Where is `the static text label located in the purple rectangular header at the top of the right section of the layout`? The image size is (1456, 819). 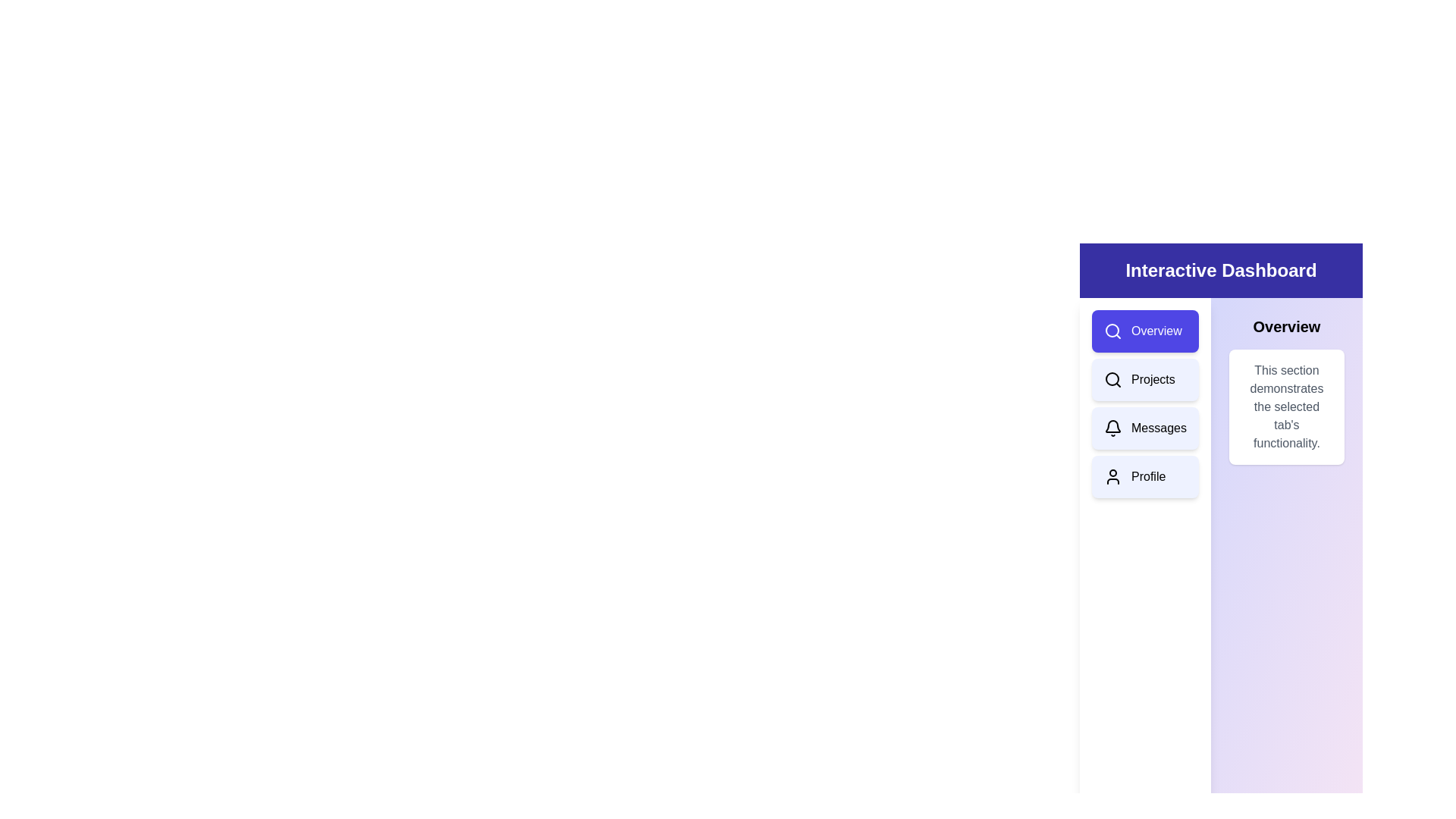
the static text label located in the purple rectangular header at the top of the right section of the layout is located at coordinates (1221, 270).